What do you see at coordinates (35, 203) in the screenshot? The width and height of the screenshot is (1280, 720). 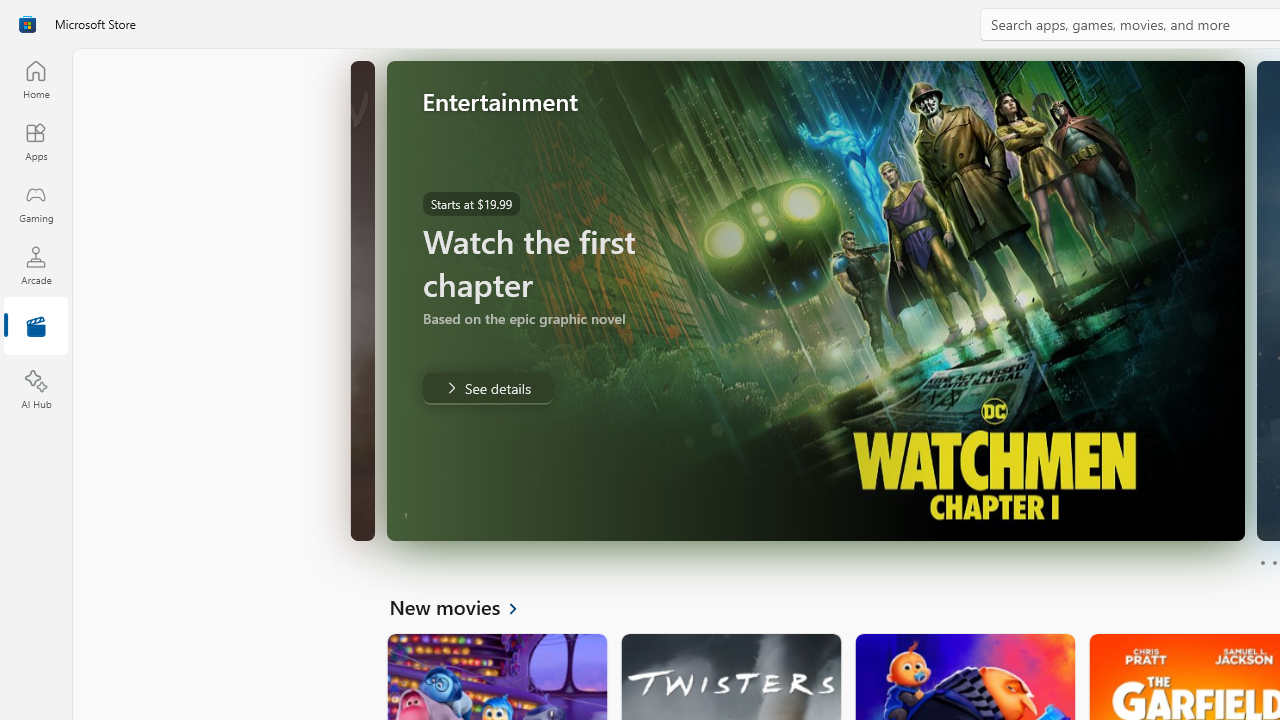 I see `'Gaming'` at bounding box center [35, 203].